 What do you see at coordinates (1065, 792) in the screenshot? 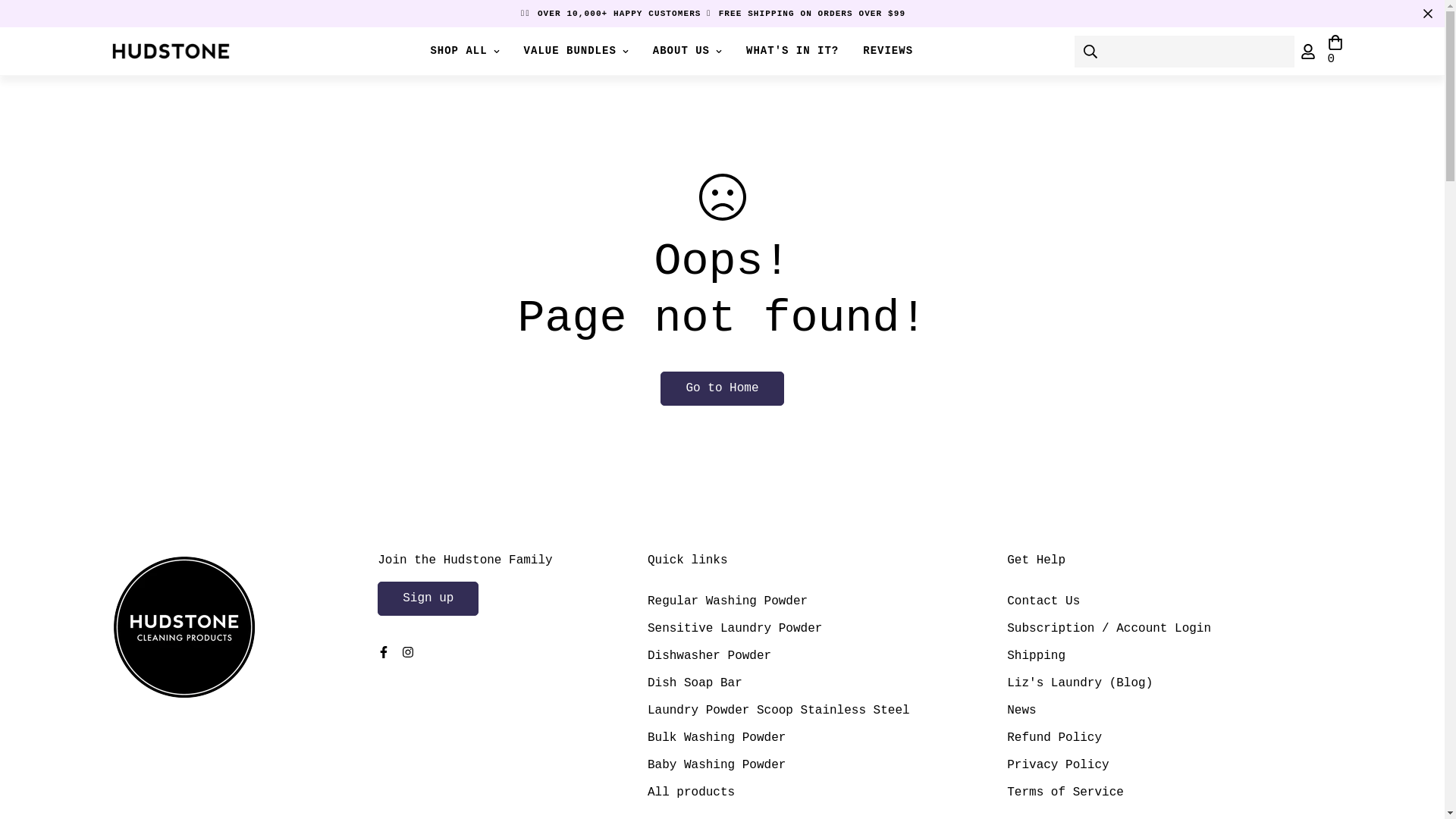
I see `'Terms of Service'` at bounding box center [1065, 792].